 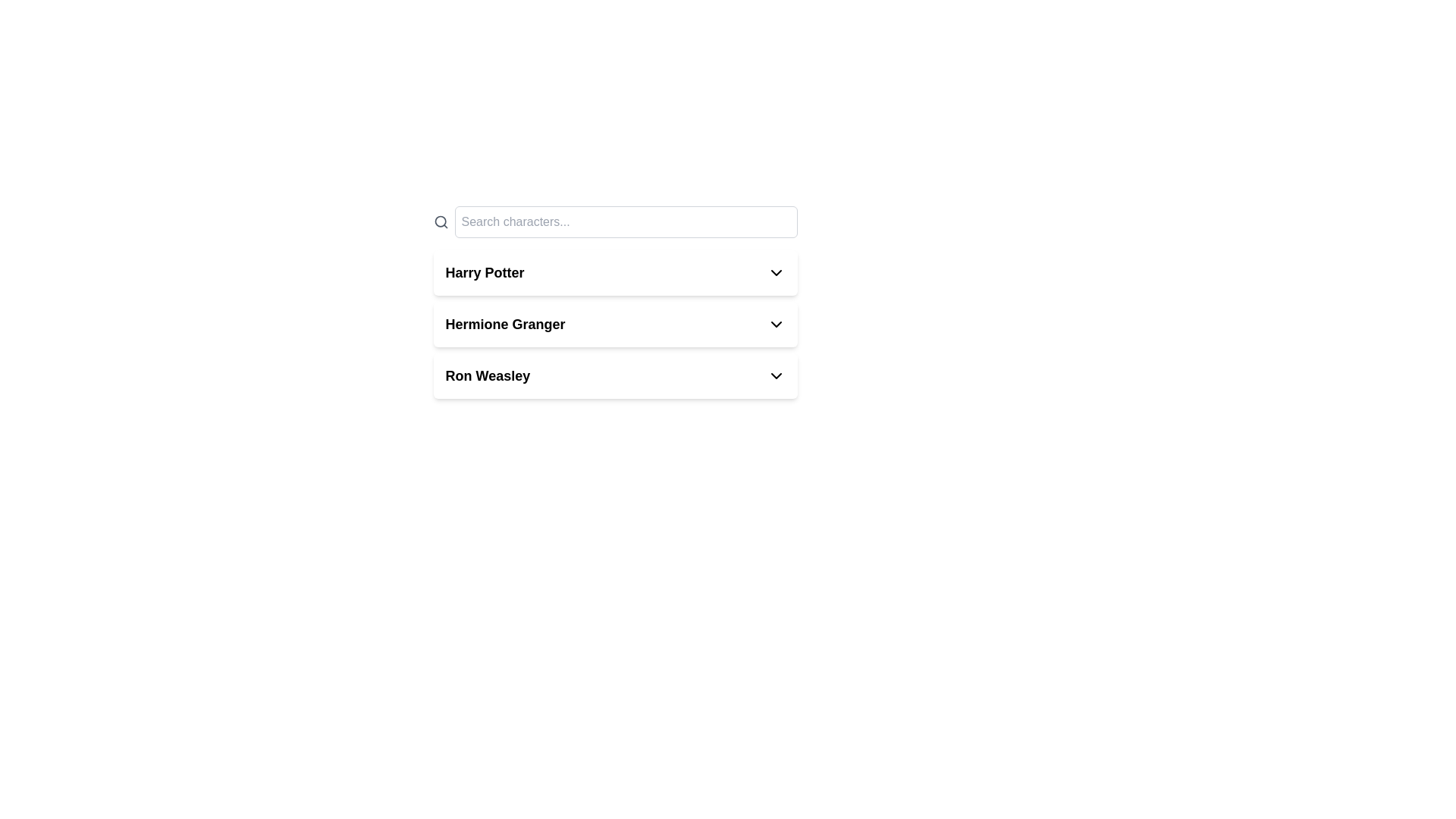 What do you see at coordinates (776, 375) in the screenshot?
I see `the chevron-down icon in the 'Ron Weasley' section` at bounding box center [776, 375].